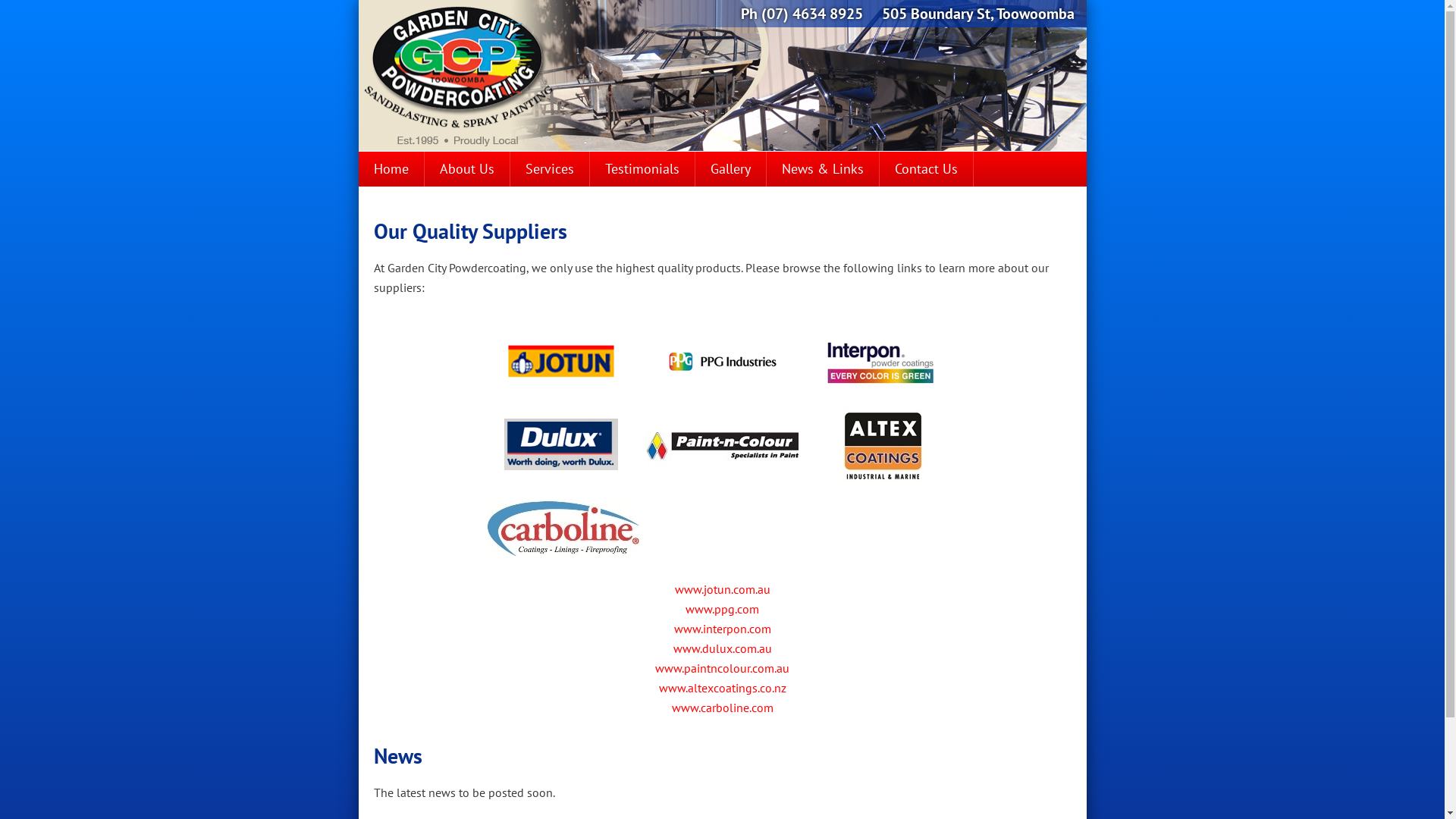  What do you see at coordinates (765, 169) in the screenshot?
I see `'News & Links'` at bounding box center [765, 169].